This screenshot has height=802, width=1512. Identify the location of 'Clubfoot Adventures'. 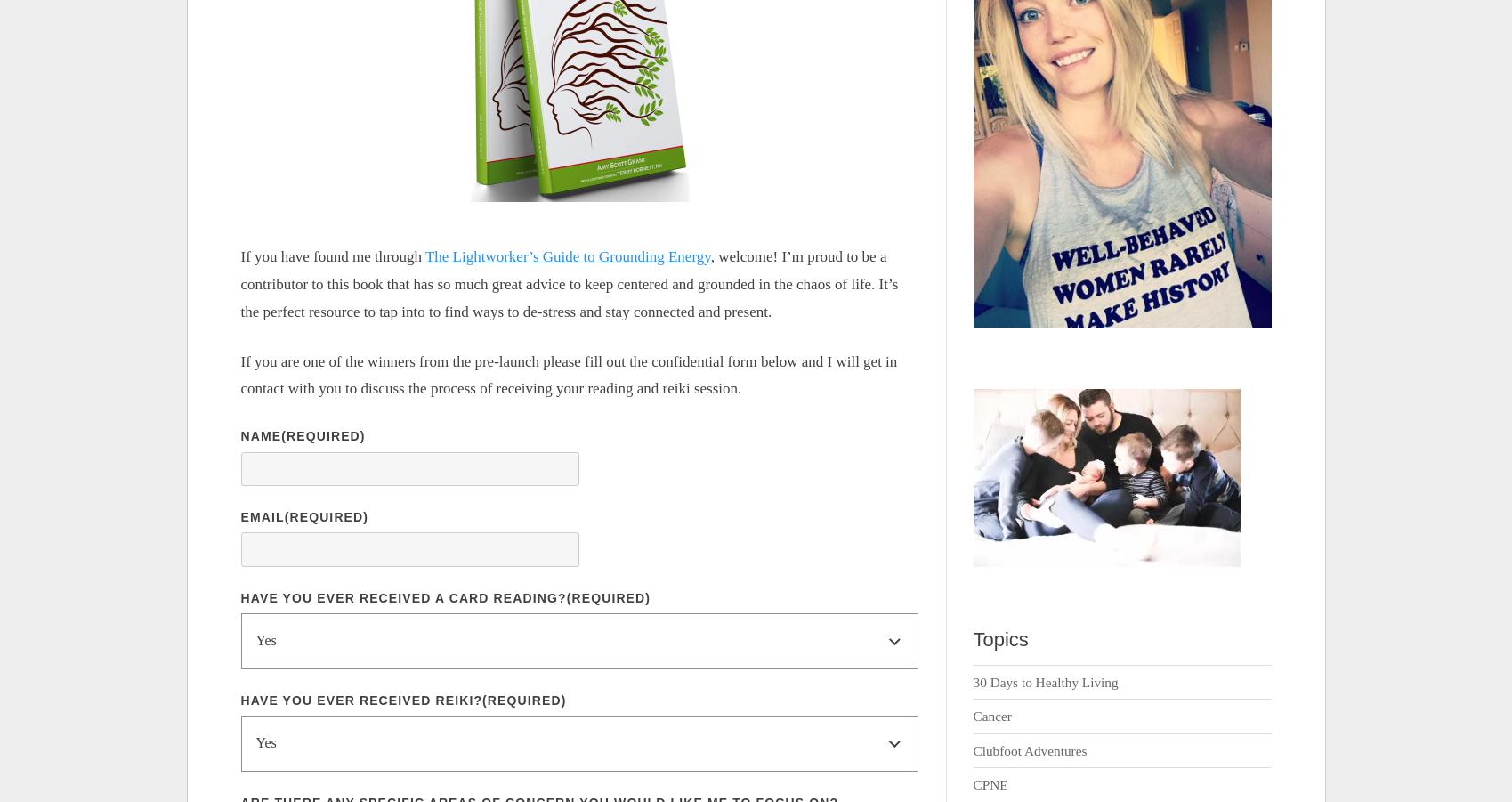
(971, 749).